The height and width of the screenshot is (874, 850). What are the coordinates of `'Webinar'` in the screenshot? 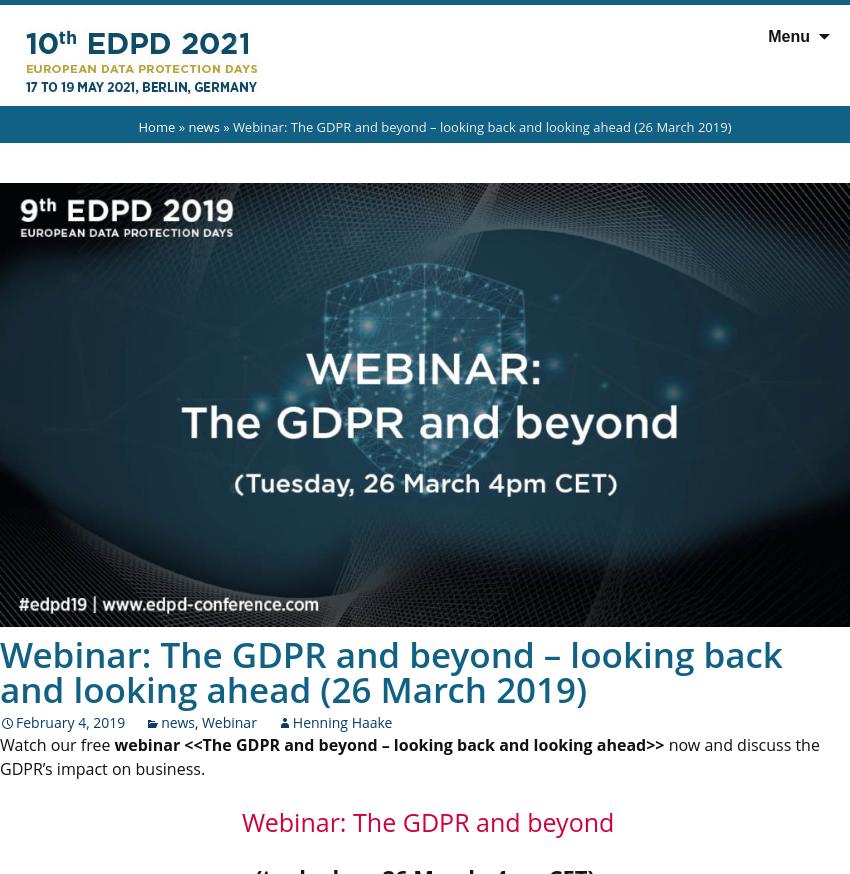 It's located at (200, 721).